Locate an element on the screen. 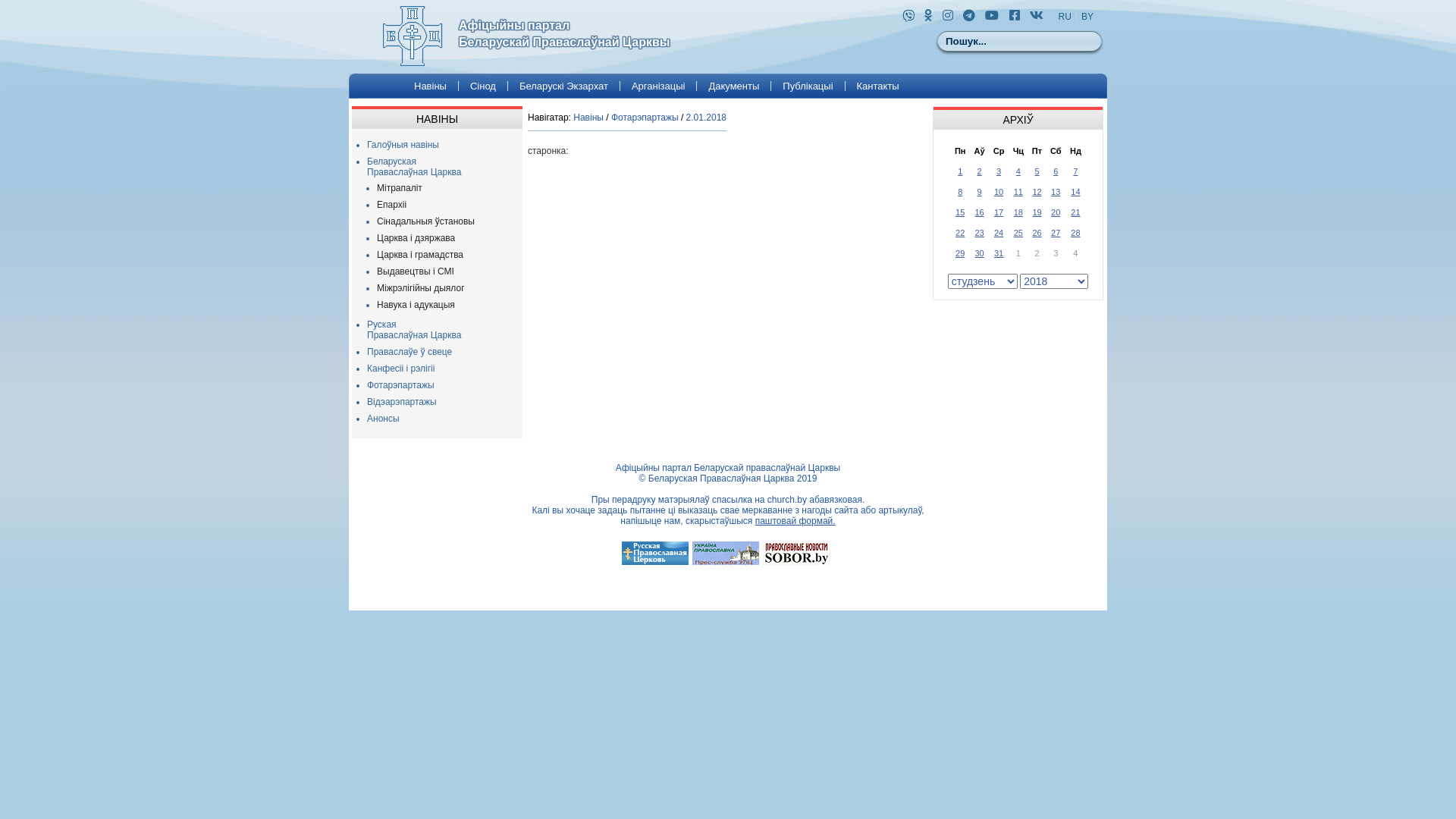 The width and height of the screenshot is (1456, 819). '10' is located at coordinates (998, 190).